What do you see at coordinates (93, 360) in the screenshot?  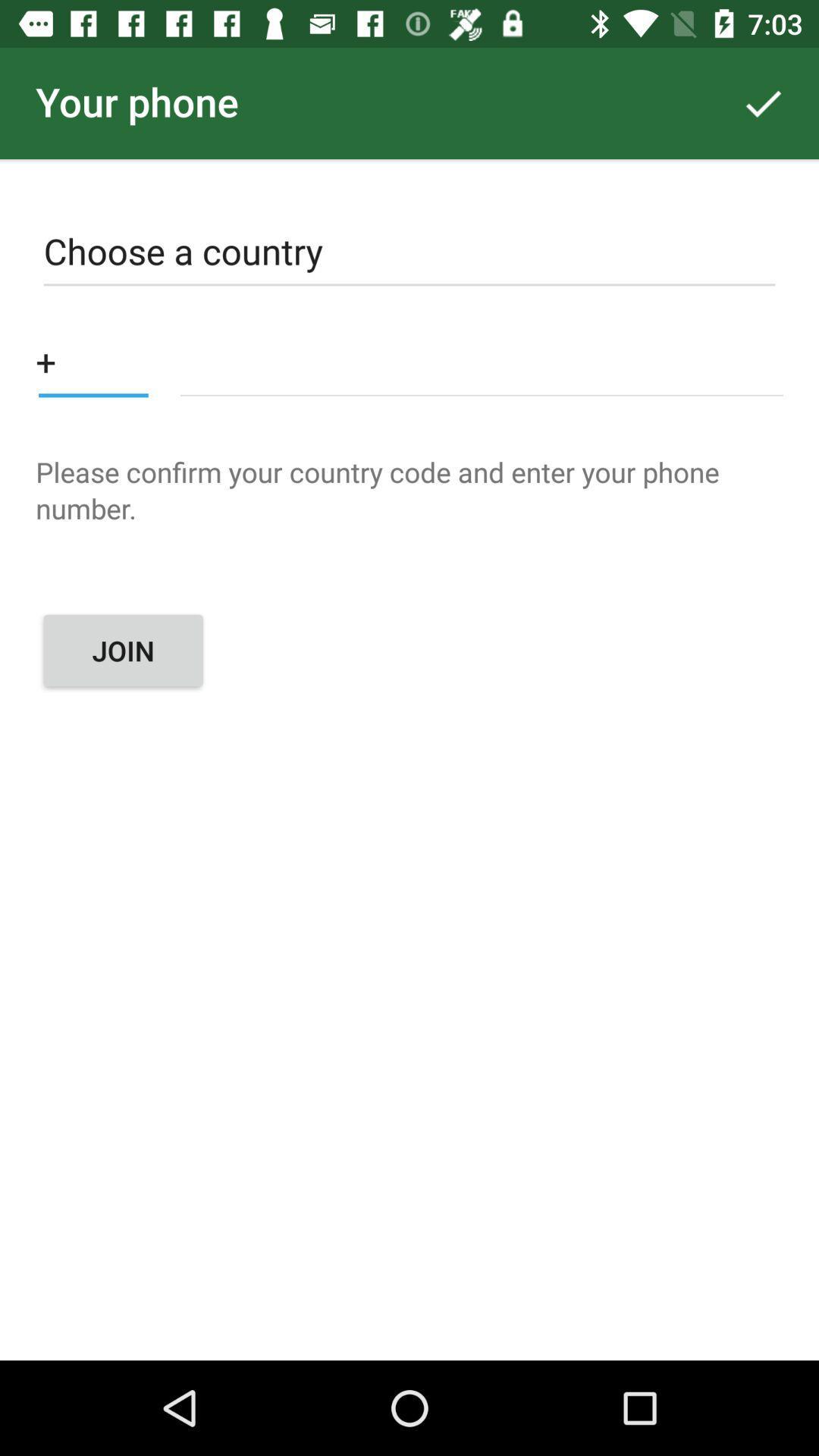 I see `shows add option` at bounding box center [93, 360].